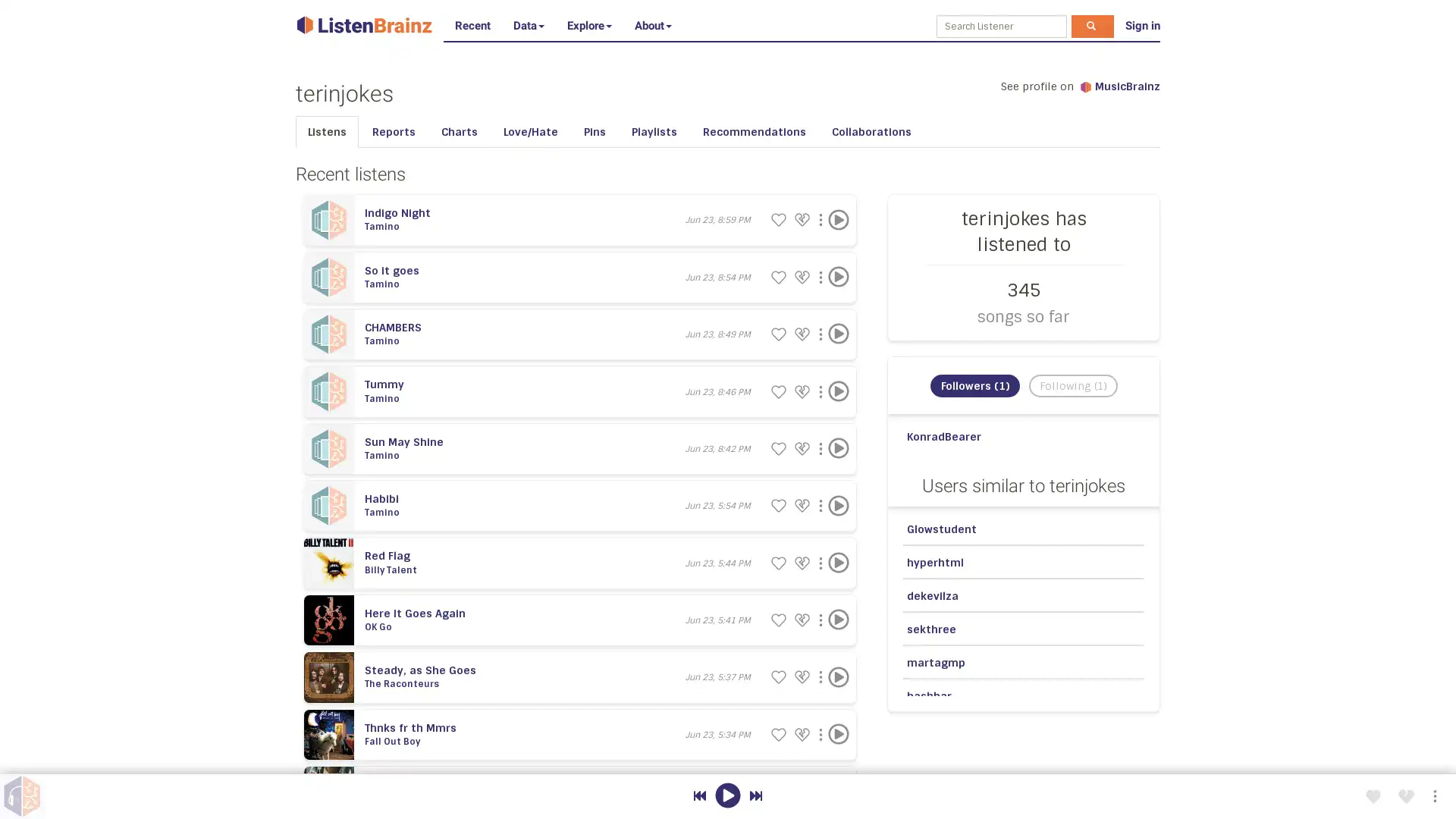 Image resolution: width=1456 pixels, height=819 pixels. I want to click on Play, so click(837, 219).